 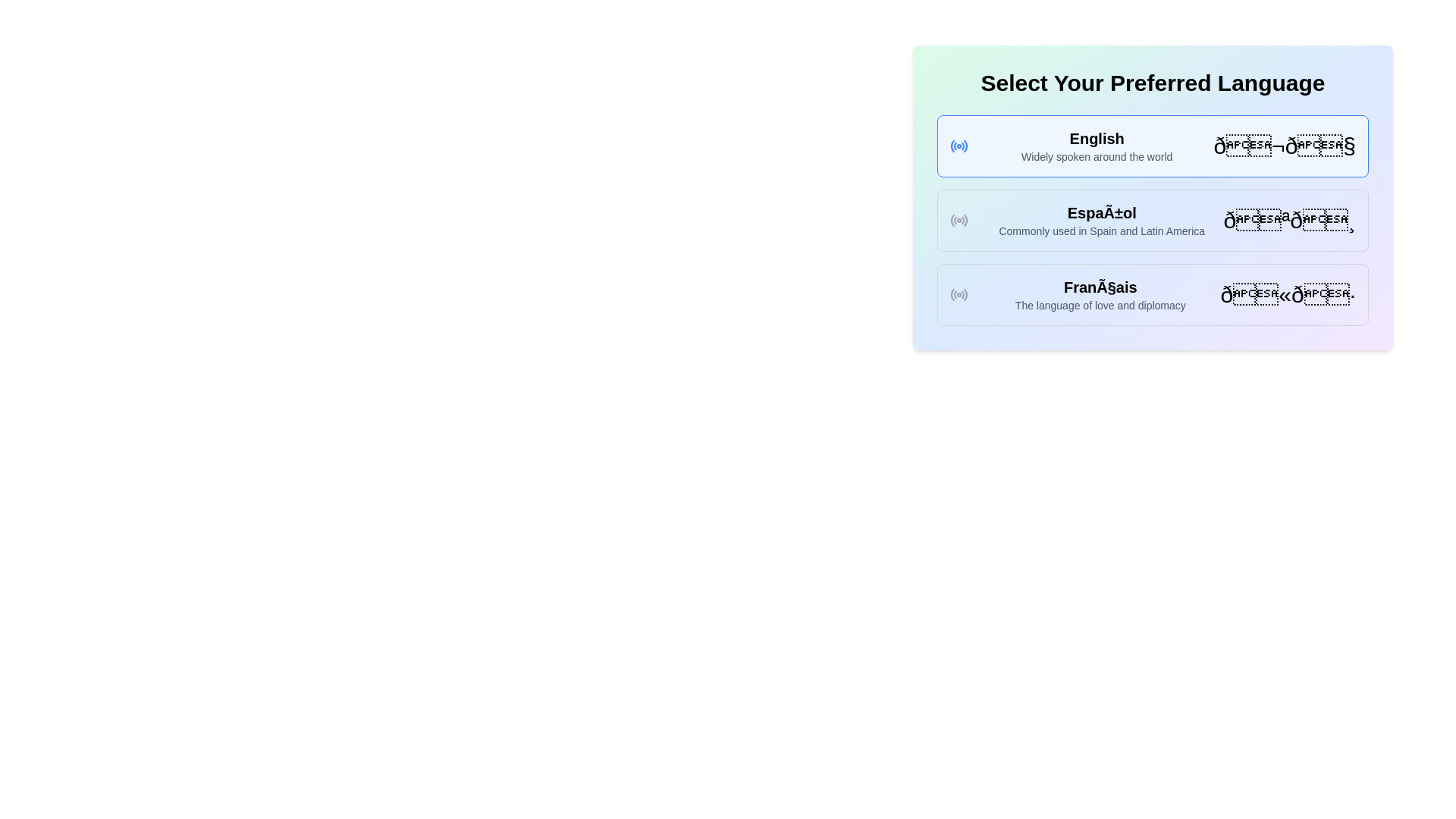 I want to click on the main label for the language 'English' located at the top of the language selection panel, which assists users in identifying their preferred language, so click(x=1097, y=138).